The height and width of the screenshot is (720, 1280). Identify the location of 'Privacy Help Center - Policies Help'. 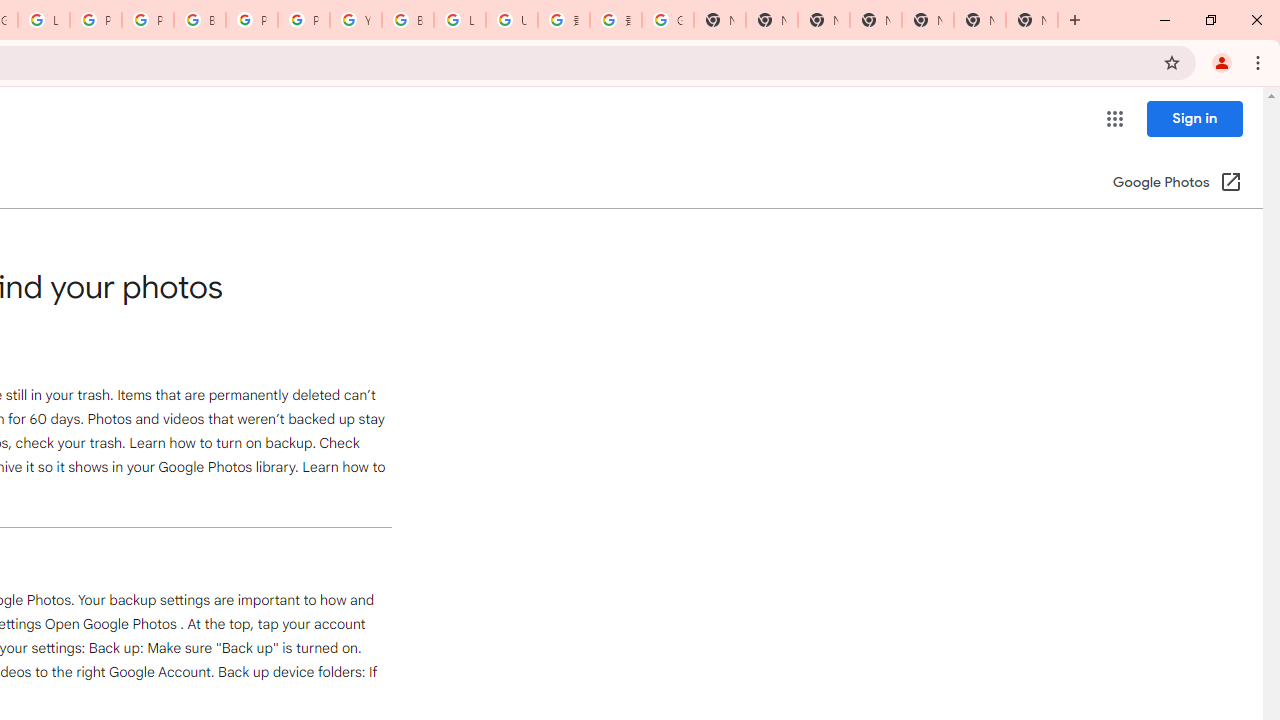
(95, 20).